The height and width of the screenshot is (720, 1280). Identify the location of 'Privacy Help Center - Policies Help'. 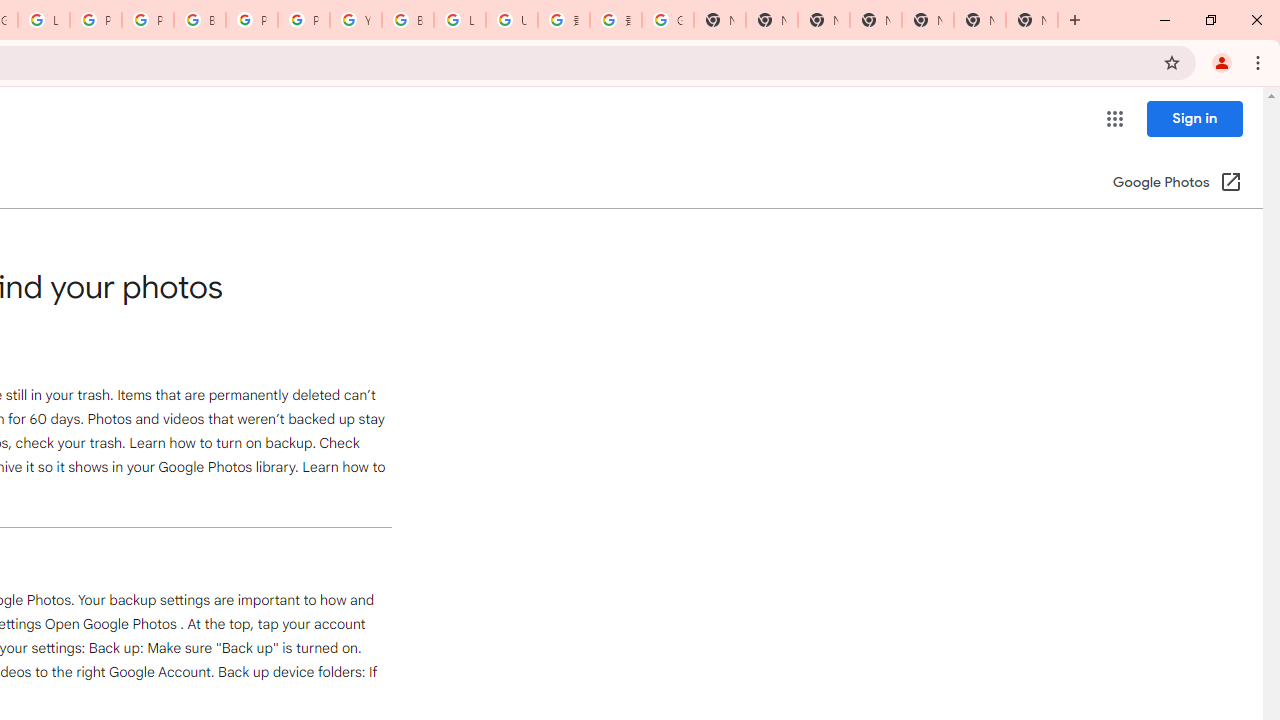
(95, 20).